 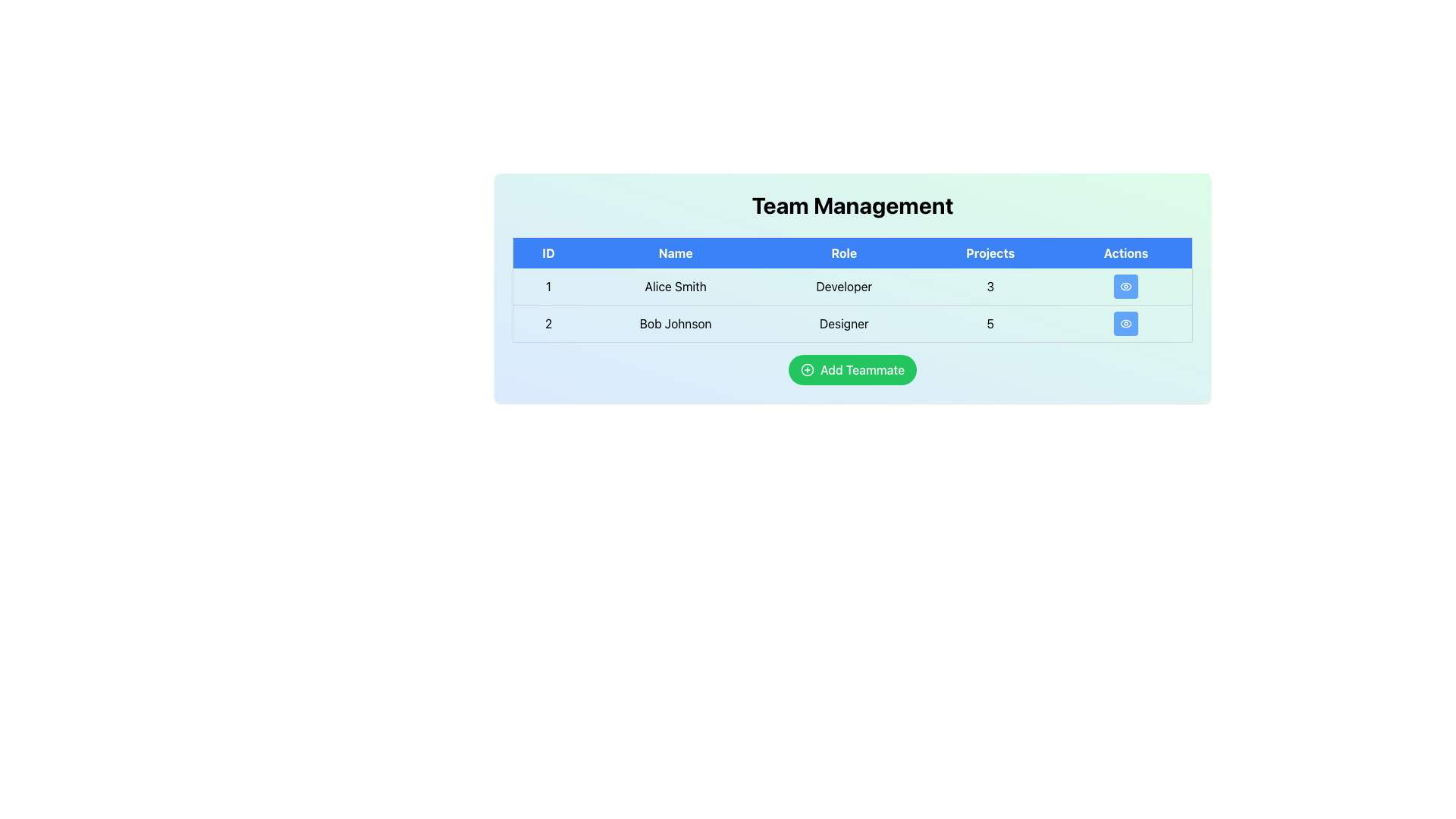 I want to click on the 'Team Management' text element which is bold and large, located at the top of the content area, preceding a table-like component, so click(x=852, y=205).